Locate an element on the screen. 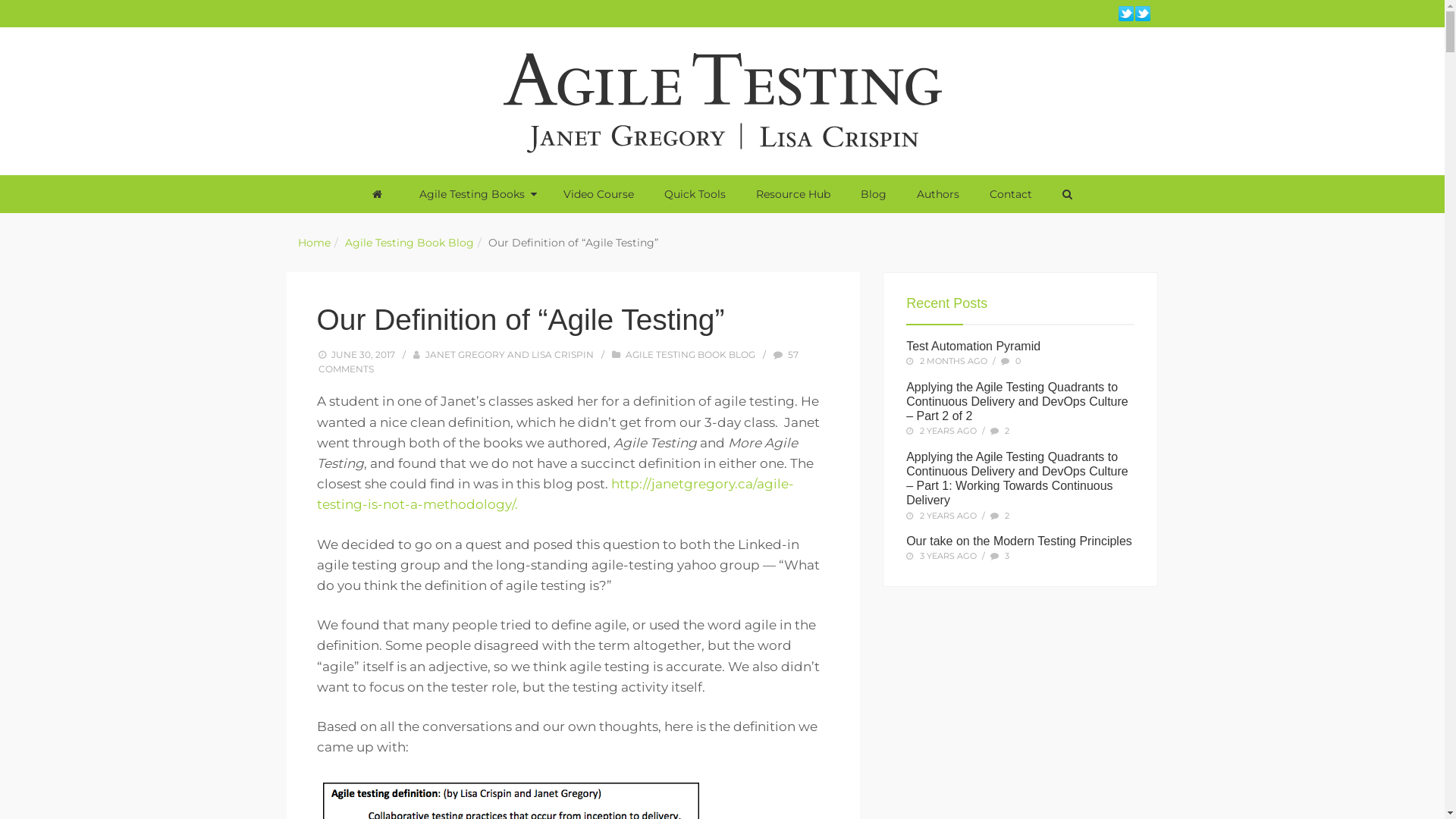 This screenshot has width=1456, height=819. '3' is located at coordinates (1007, 555).